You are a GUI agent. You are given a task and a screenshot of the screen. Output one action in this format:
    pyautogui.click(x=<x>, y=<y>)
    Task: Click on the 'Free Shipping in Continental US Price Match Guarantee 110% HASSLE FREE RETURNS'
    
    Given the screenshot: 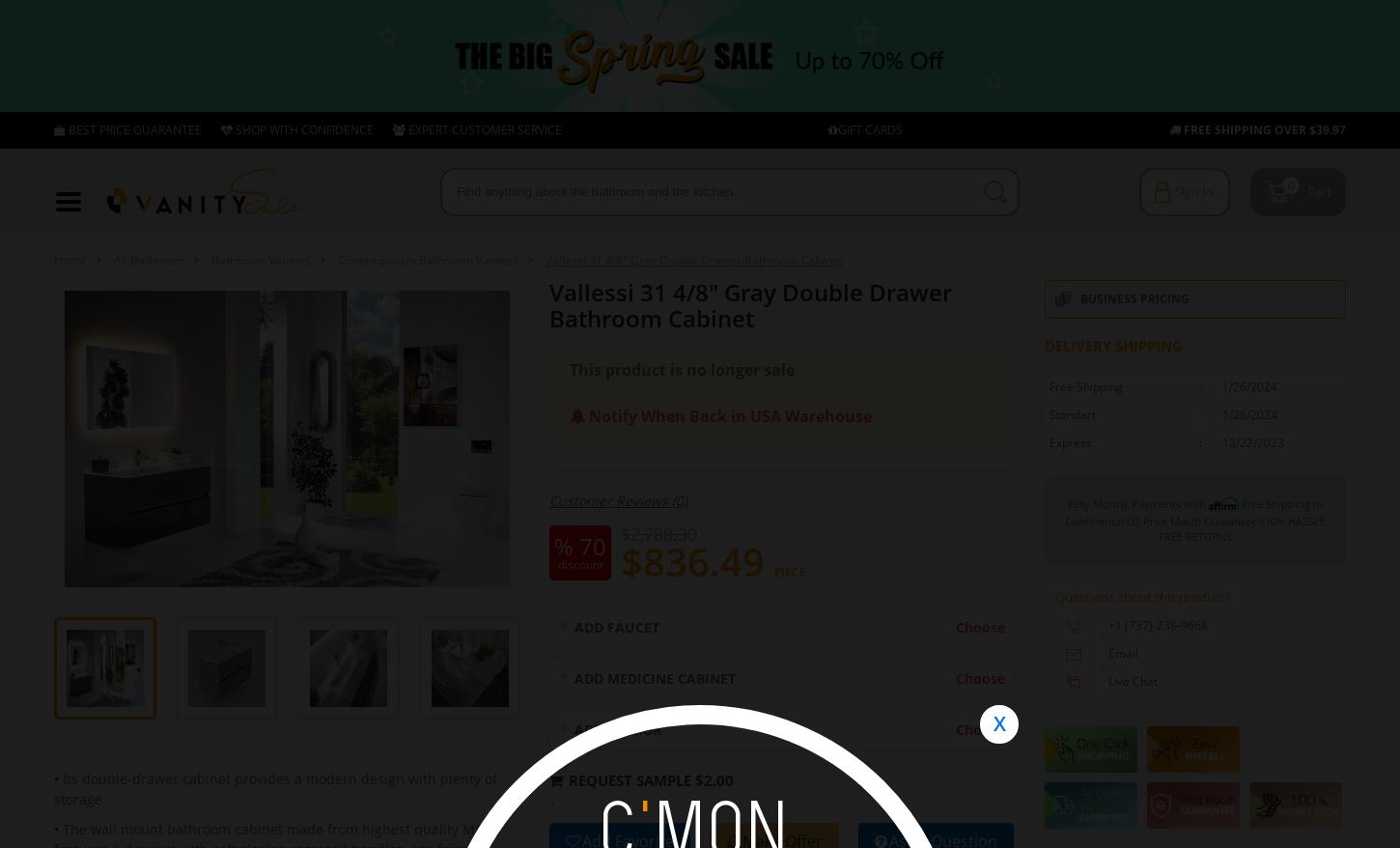 What is the action you would take?
    pyautogui.click(x=1195, y=518)
    